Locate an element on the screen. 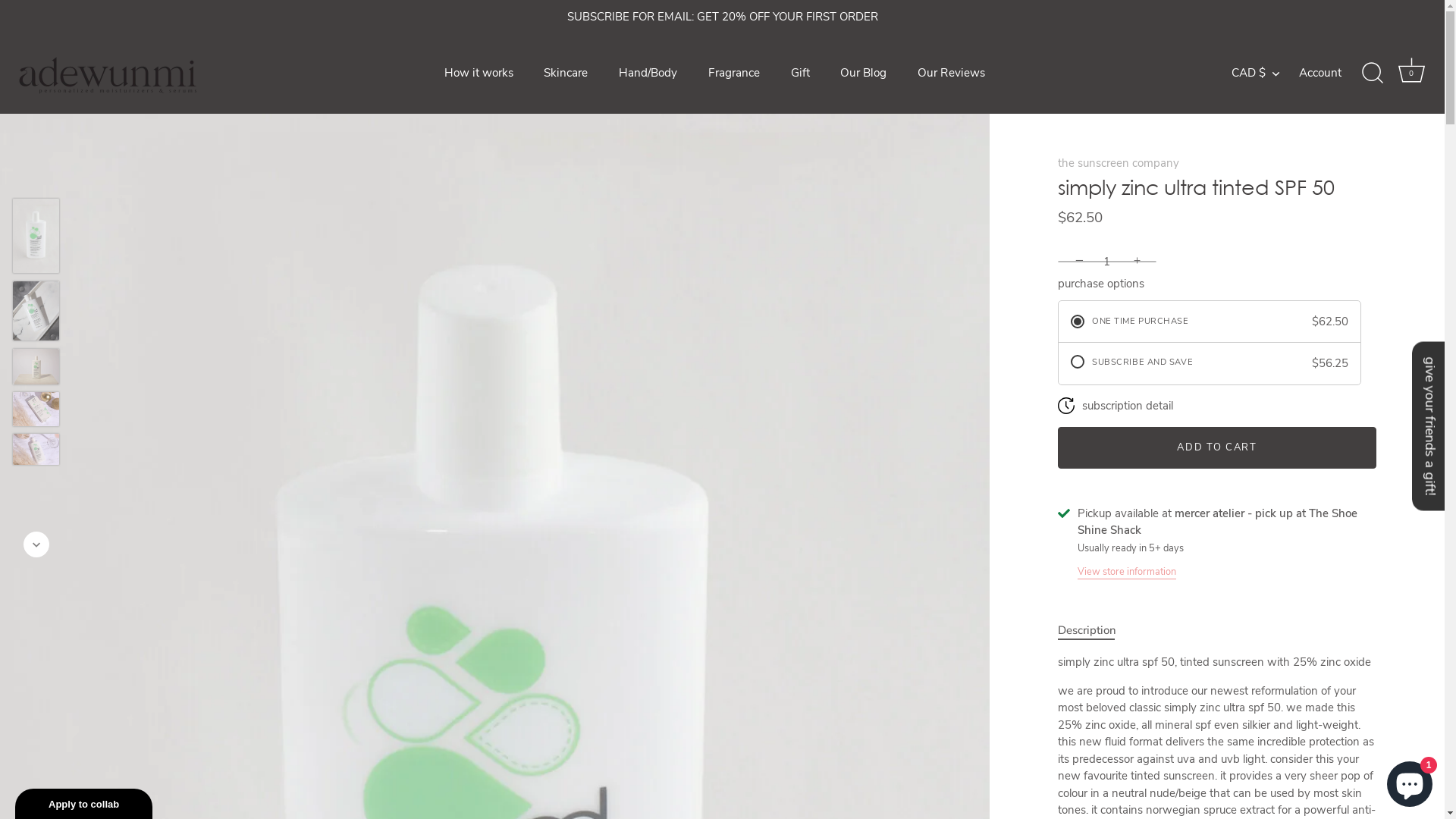 The height and width of the screenshot is (819, 1456). '+' is located at coordinates (1139, 259).